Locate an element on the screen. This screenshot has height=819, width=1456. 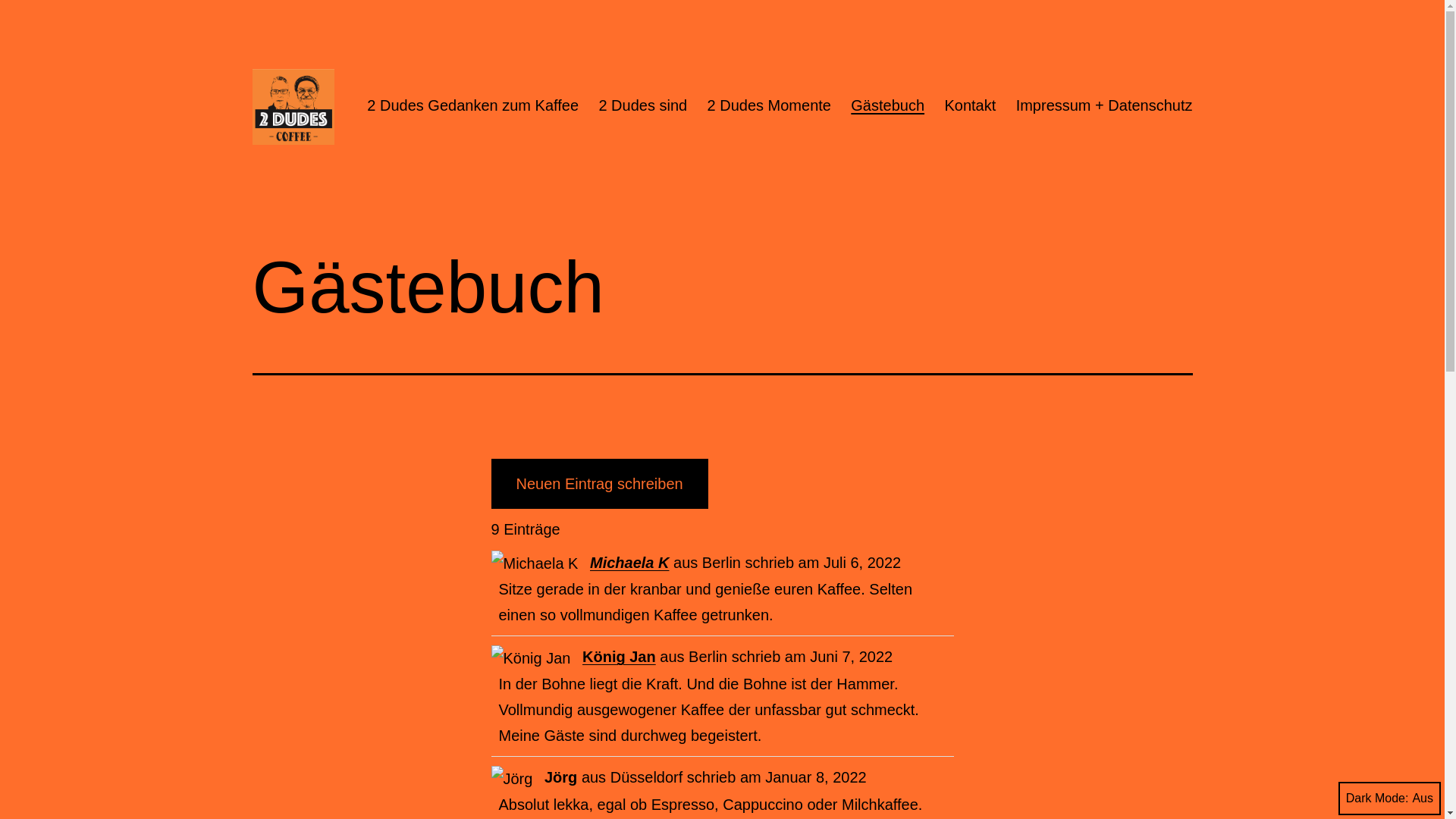
'Impressum + Datenschutz' is located at coordinates (1103, 104).